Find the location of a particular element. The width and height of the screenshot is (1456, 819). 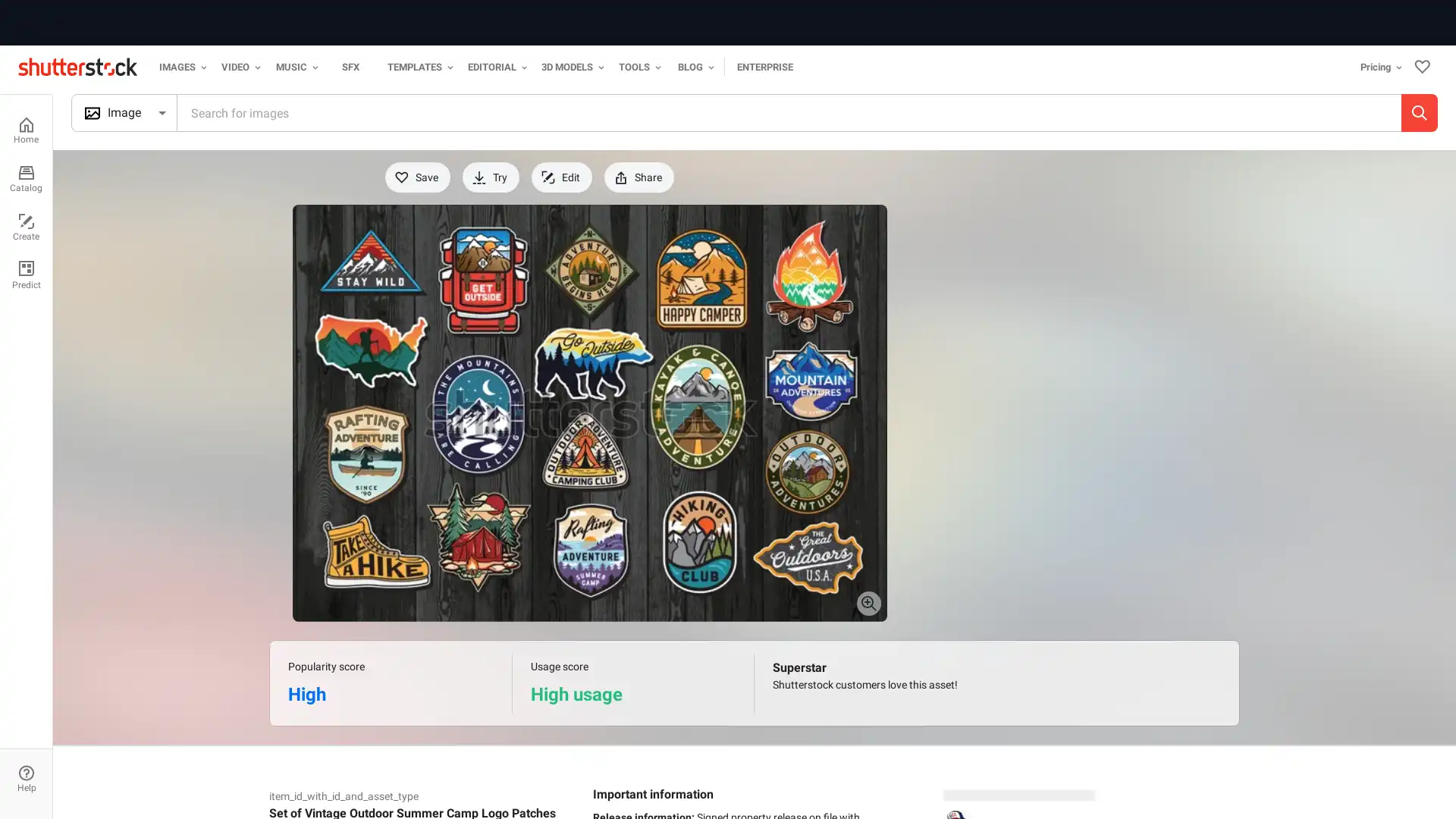

Download for free is located at coordinates (742, 177).